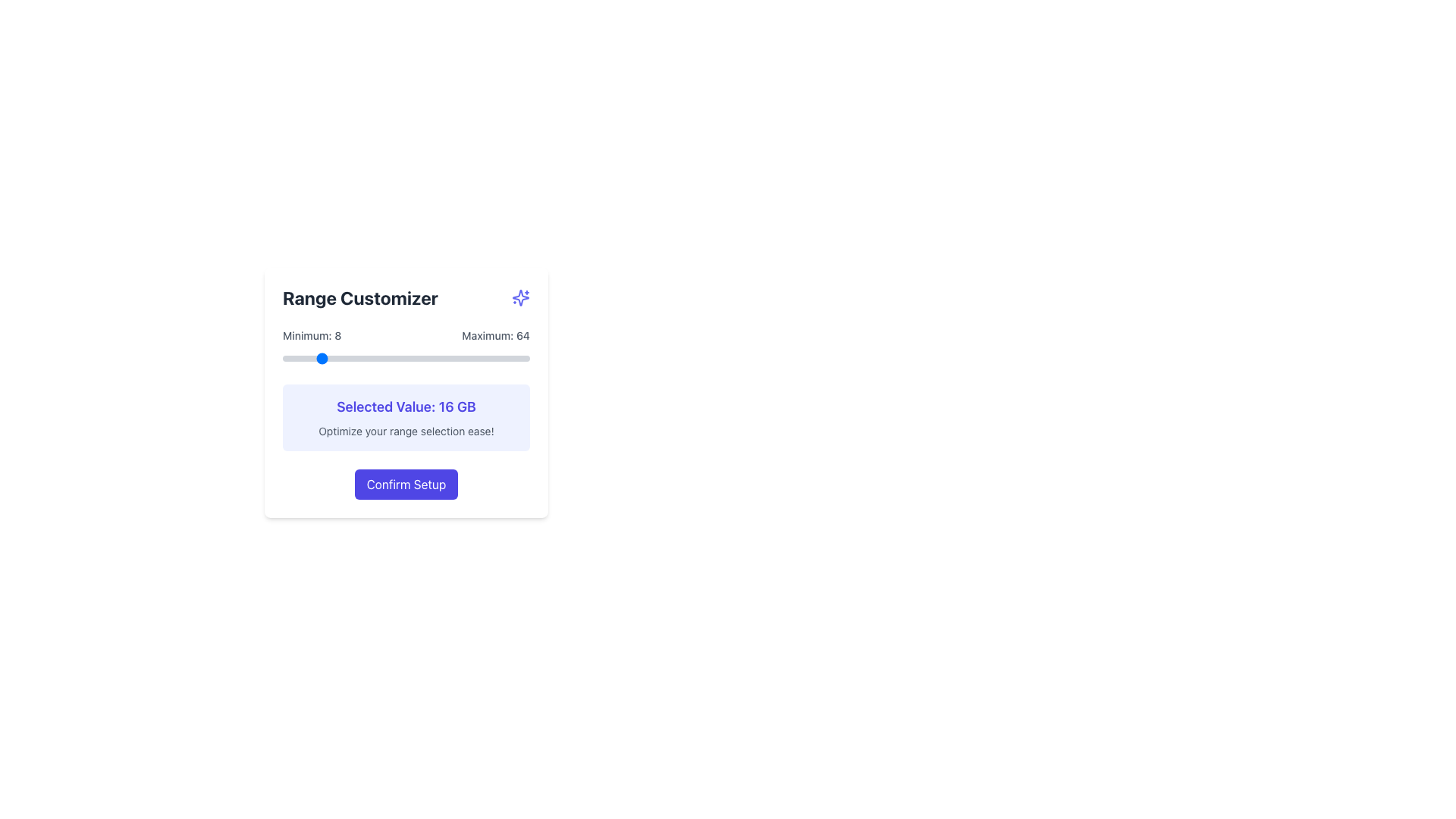  I want to click on the range slider labeled 'Minimum: 8' and 'Maximum: 64' to read additional tooltip information if available, so click(406, 347).